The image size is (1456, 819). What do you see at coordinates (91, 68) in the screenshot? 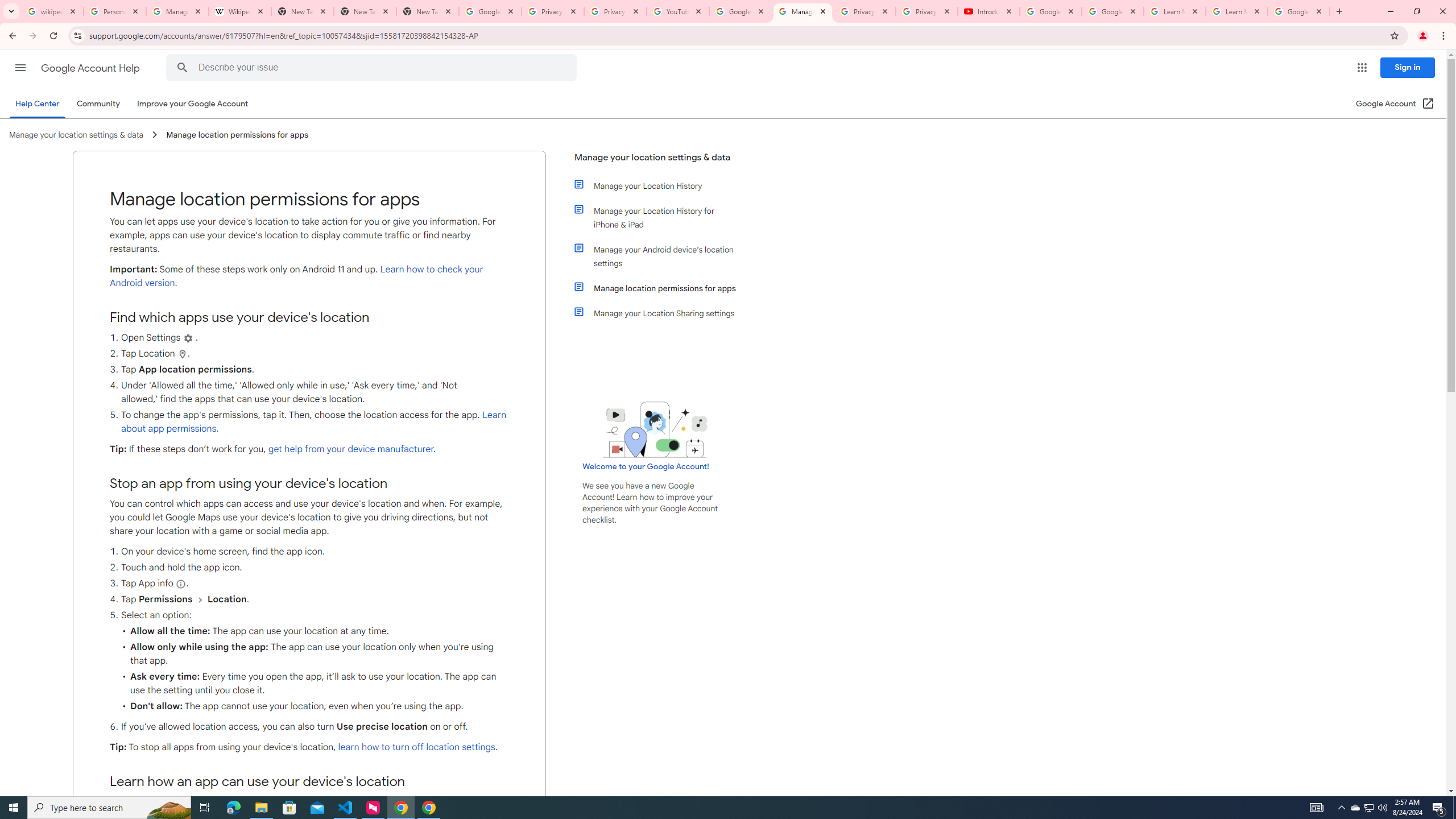
I see `'Google Account Help'` at bounding box center [91, 68].